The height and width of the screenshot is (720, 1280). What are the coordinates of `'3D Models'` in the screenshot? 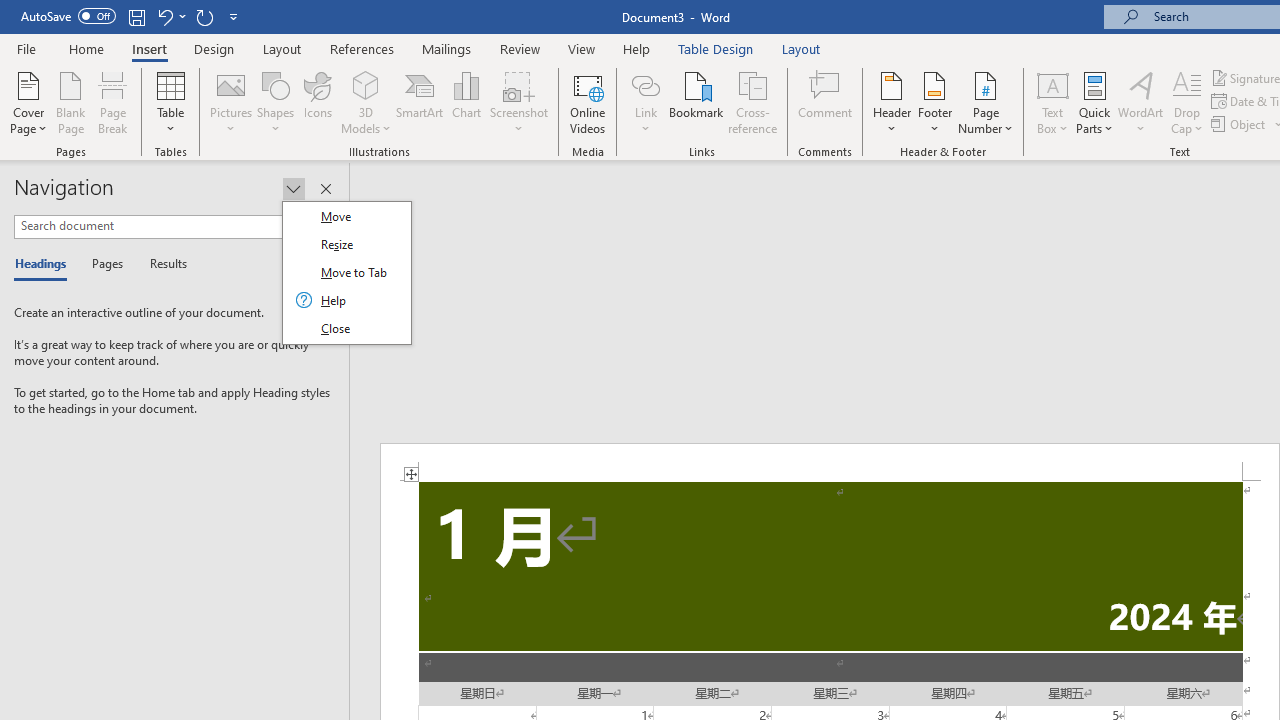 It's located at (366, 103).